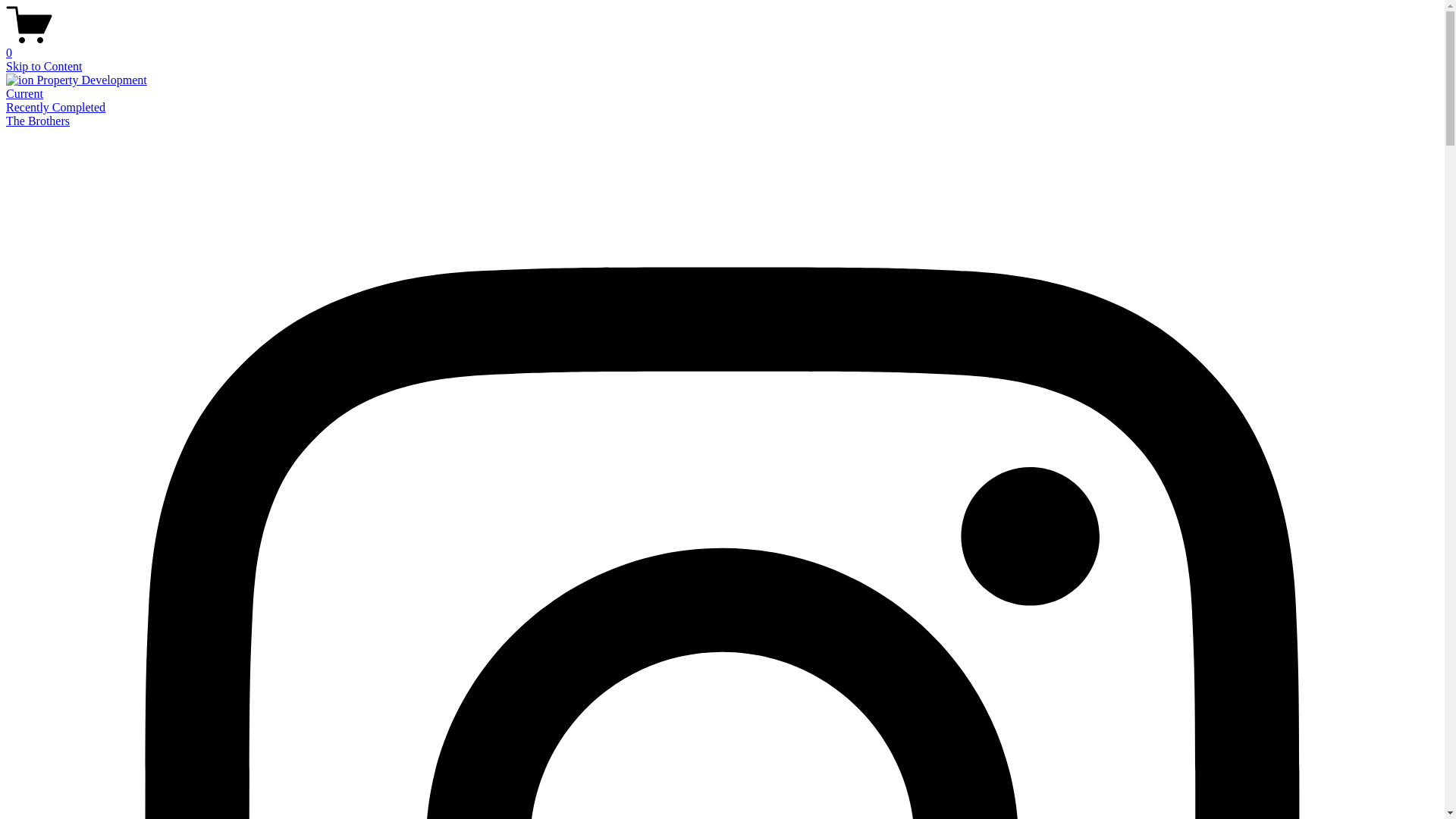  I want to click on '0', so click(721, 45).